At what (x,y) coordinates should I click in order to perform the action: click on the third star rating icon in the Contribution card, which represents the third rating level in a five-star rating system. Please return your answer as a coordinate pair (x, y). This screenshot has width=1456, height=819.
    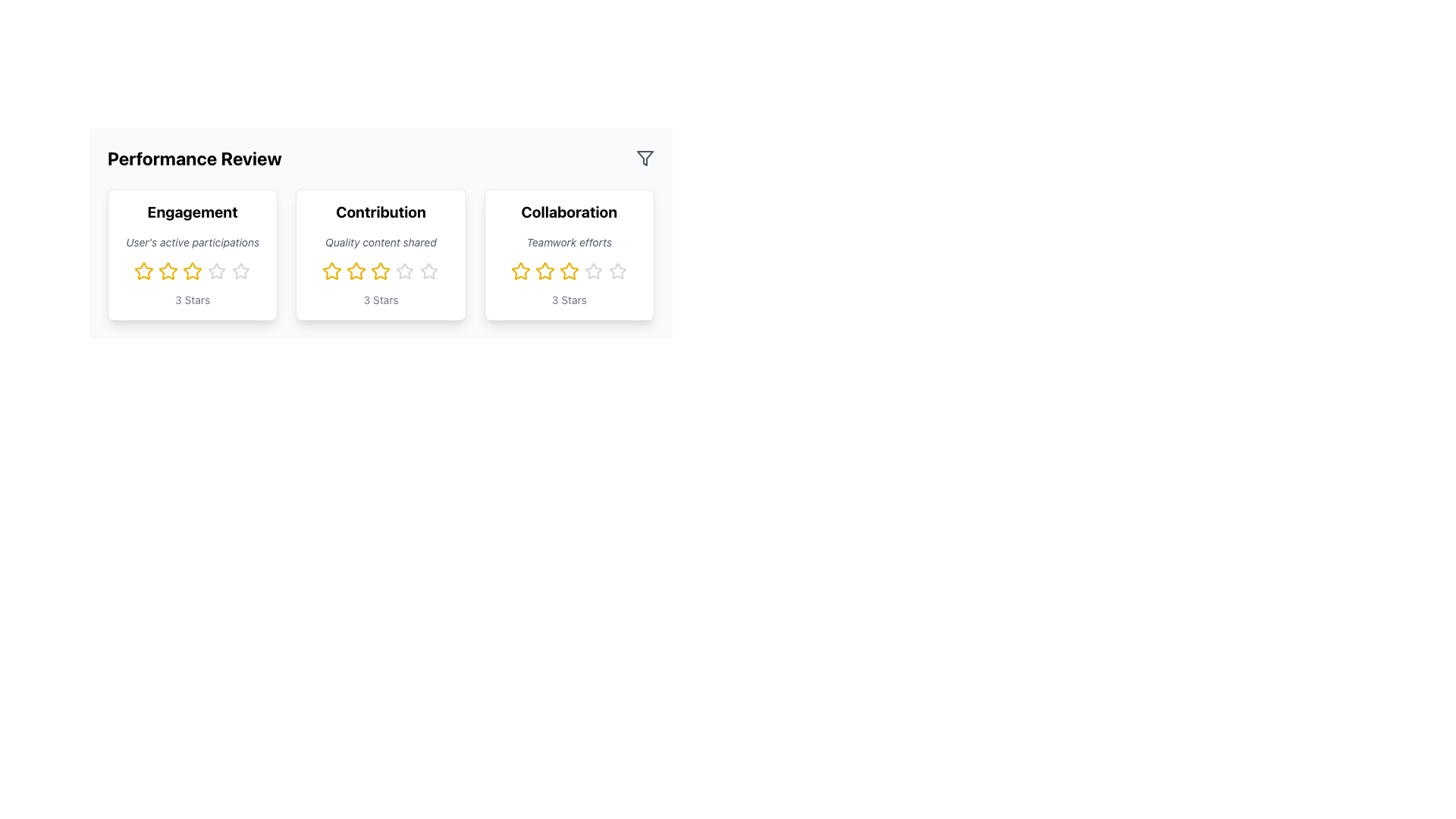
    Looking at the image, I should click on (405, 270).